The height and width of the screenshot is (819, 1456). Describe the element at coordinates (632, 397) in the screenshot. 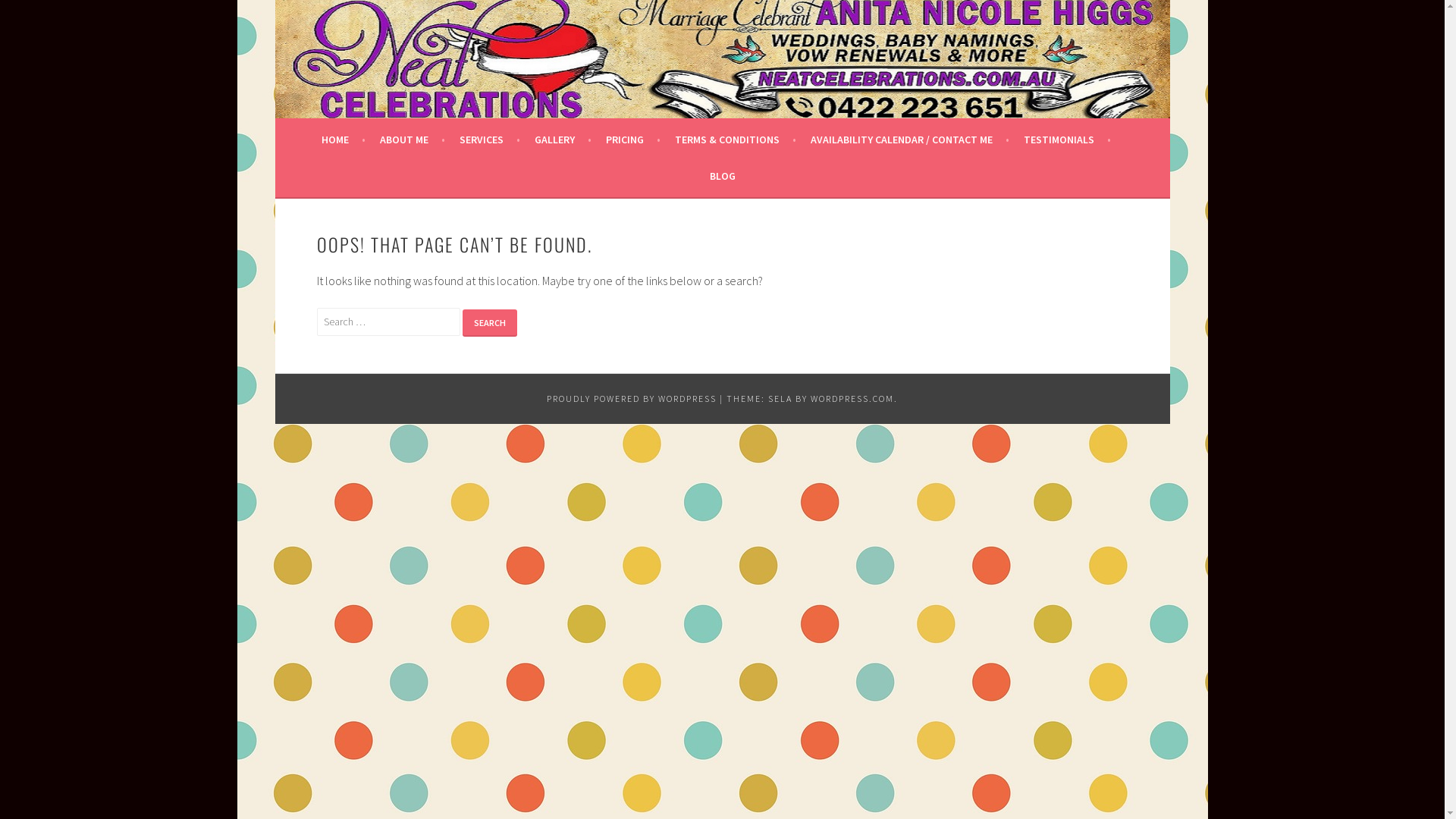

I see `'PROUDLY POWERED BY WORDPRESS'` at that location.